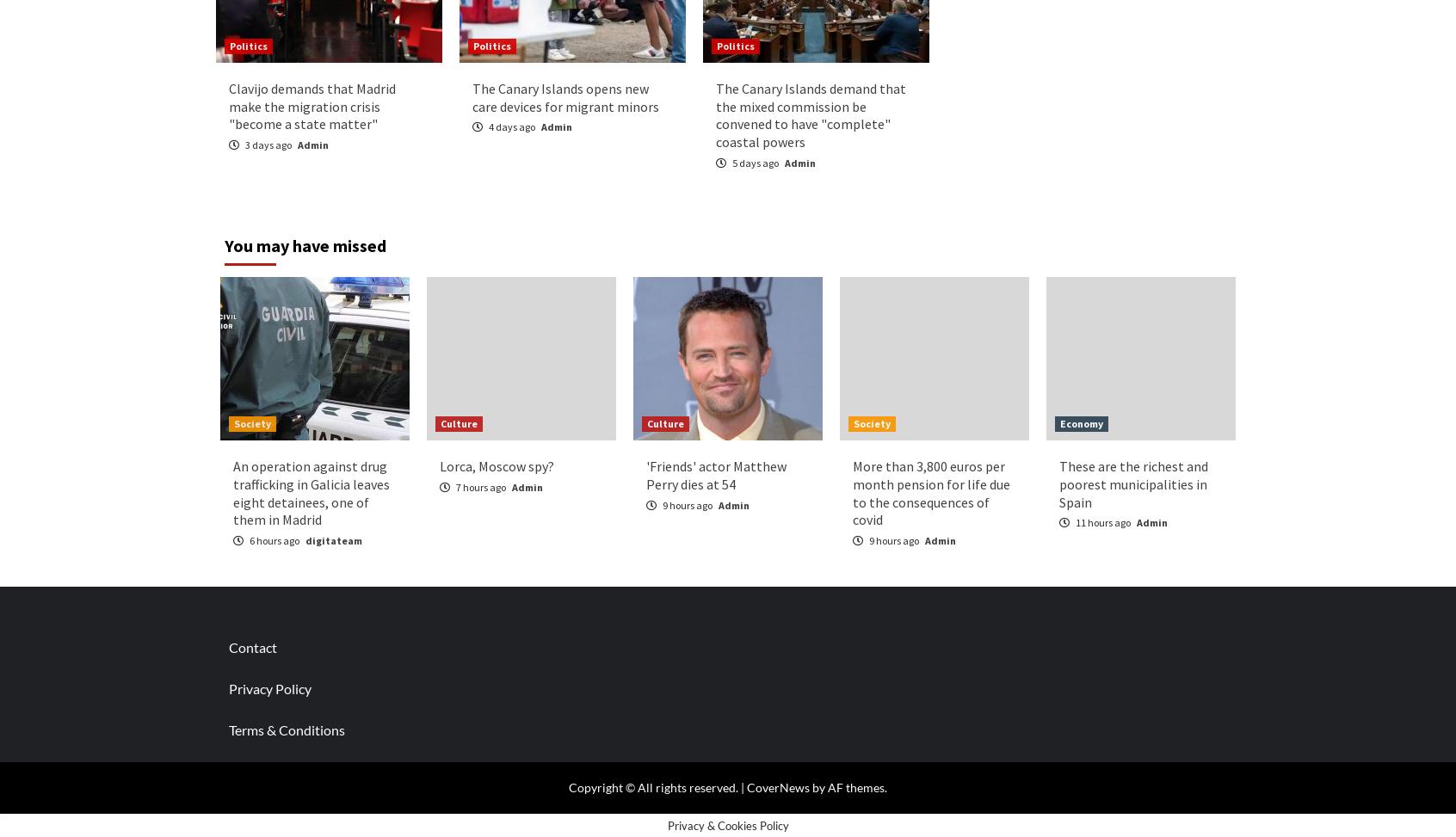  I want to click on 'Privacy Policy', so click(228, 687).